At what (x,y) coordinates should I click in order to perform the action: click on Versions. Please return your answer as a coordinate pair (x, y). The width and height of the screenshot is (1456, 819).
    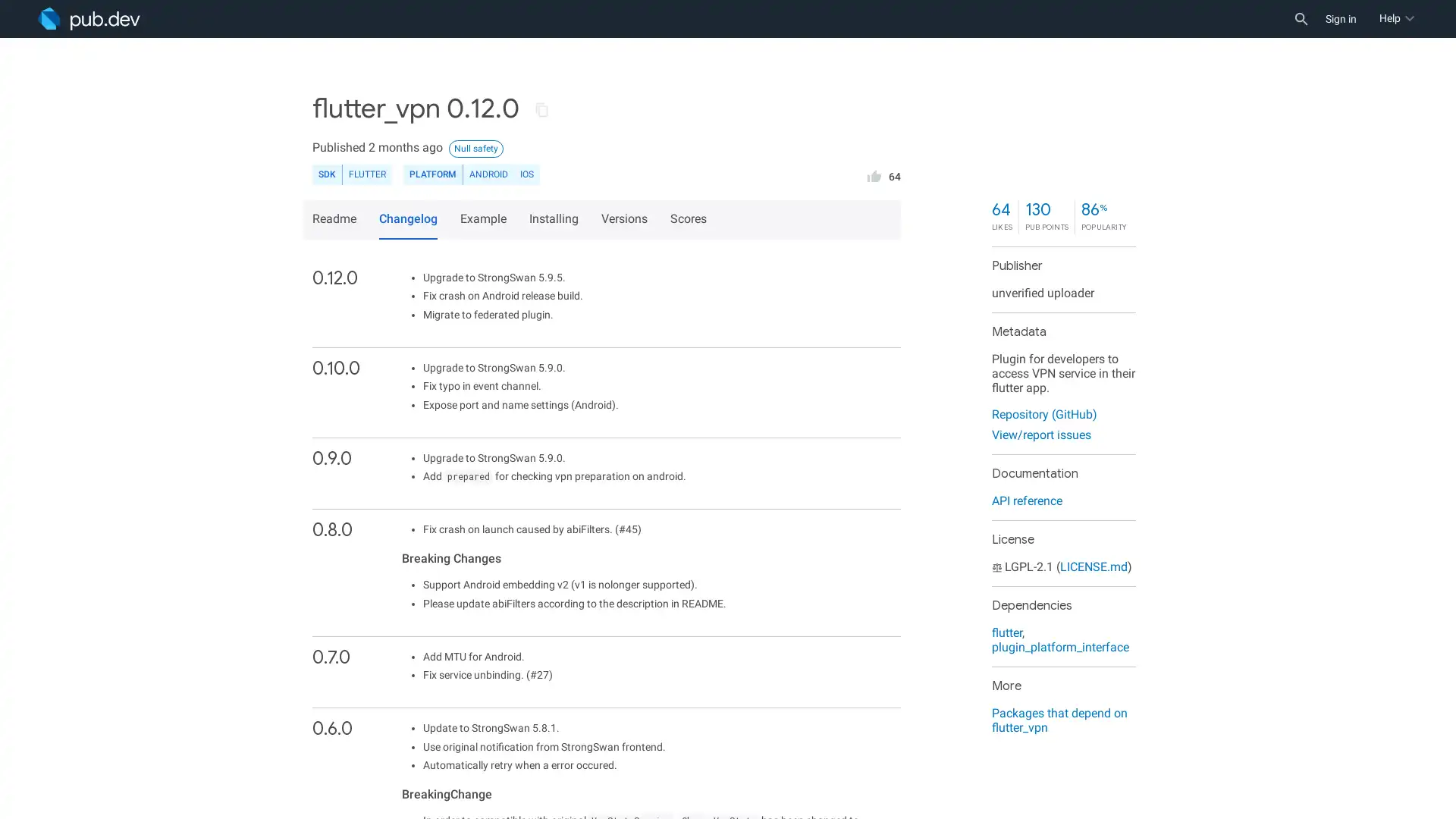
    Looking at the image, I should click on (626, 219).